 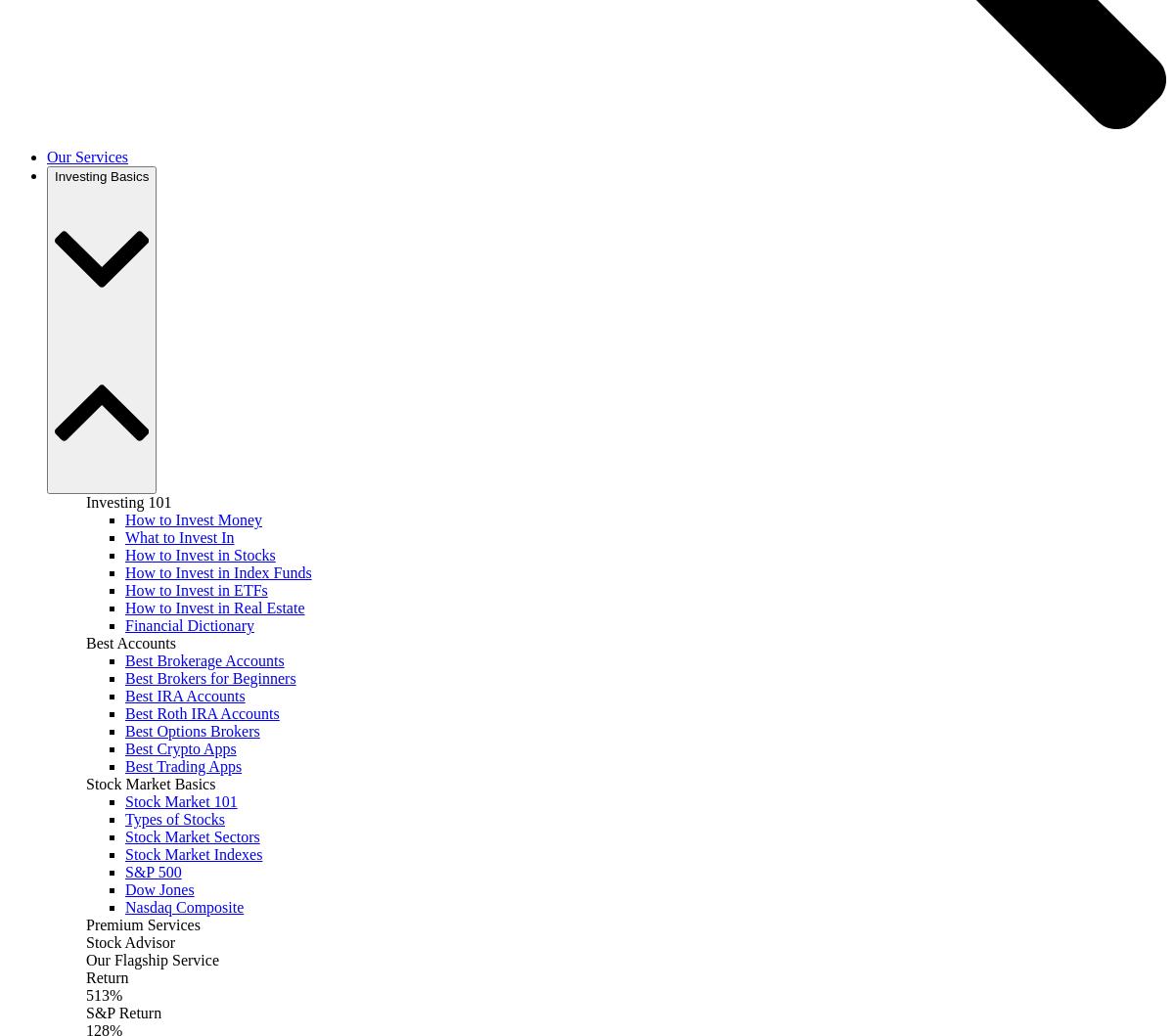 What do you see at coordinates (184, 696) in the screenshot?
I see `'Best IRA Accounts'` at bounding box center [184, 696].